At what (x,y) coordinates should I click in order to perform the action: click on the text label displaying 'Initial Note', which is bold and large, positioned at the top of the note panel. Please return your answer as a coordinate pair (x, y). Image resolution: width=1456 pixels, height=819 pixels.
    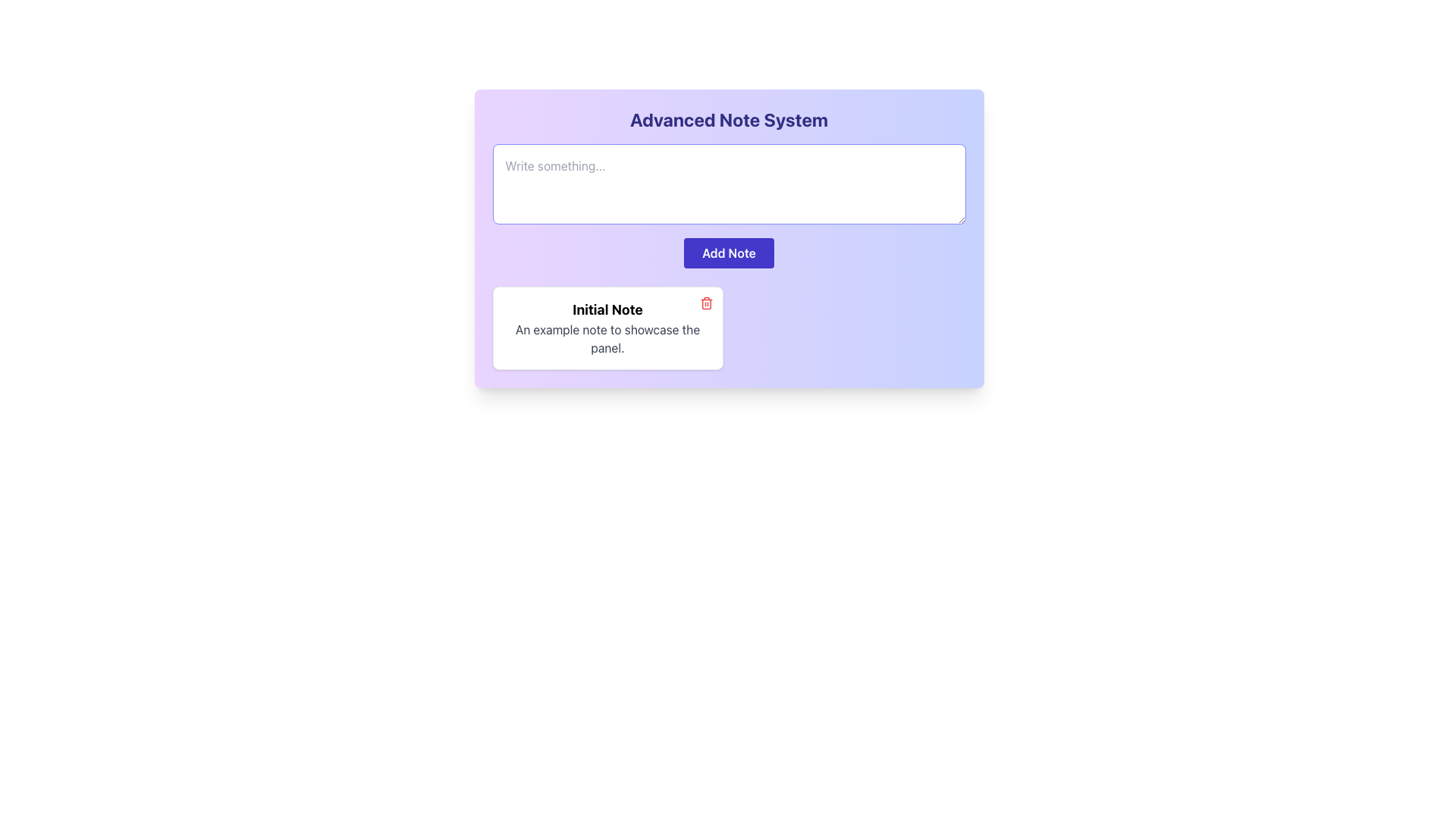
    Looking at the image, I should click on (607, 309).